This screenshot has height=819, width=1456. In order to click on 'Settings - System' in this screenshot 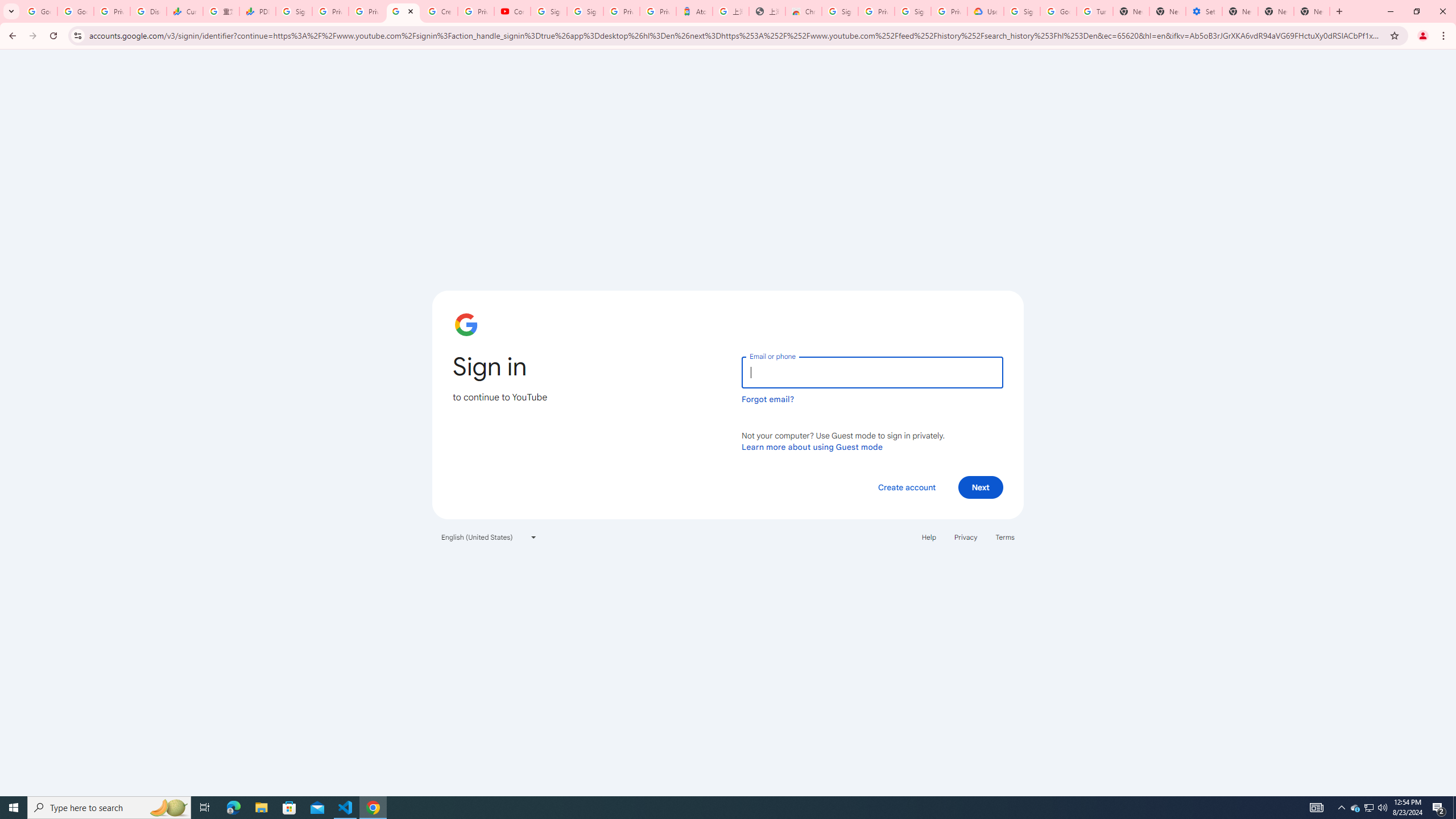, I will do `click(1203, 11)`.